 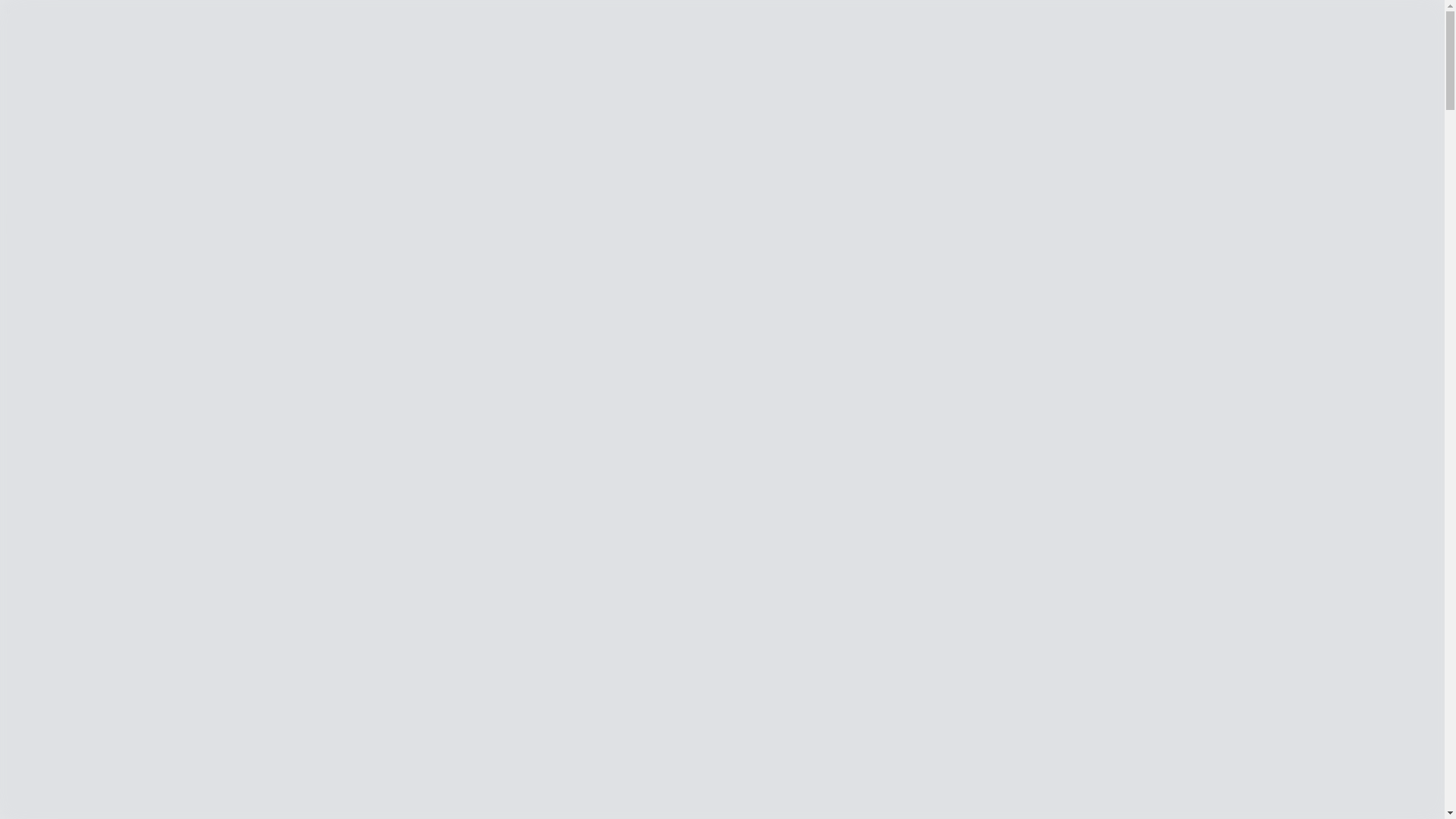 What do you see at coordinates (62, 191) in the screenshot?
I see `'Contact Us'` at bounding box center [62, 191].